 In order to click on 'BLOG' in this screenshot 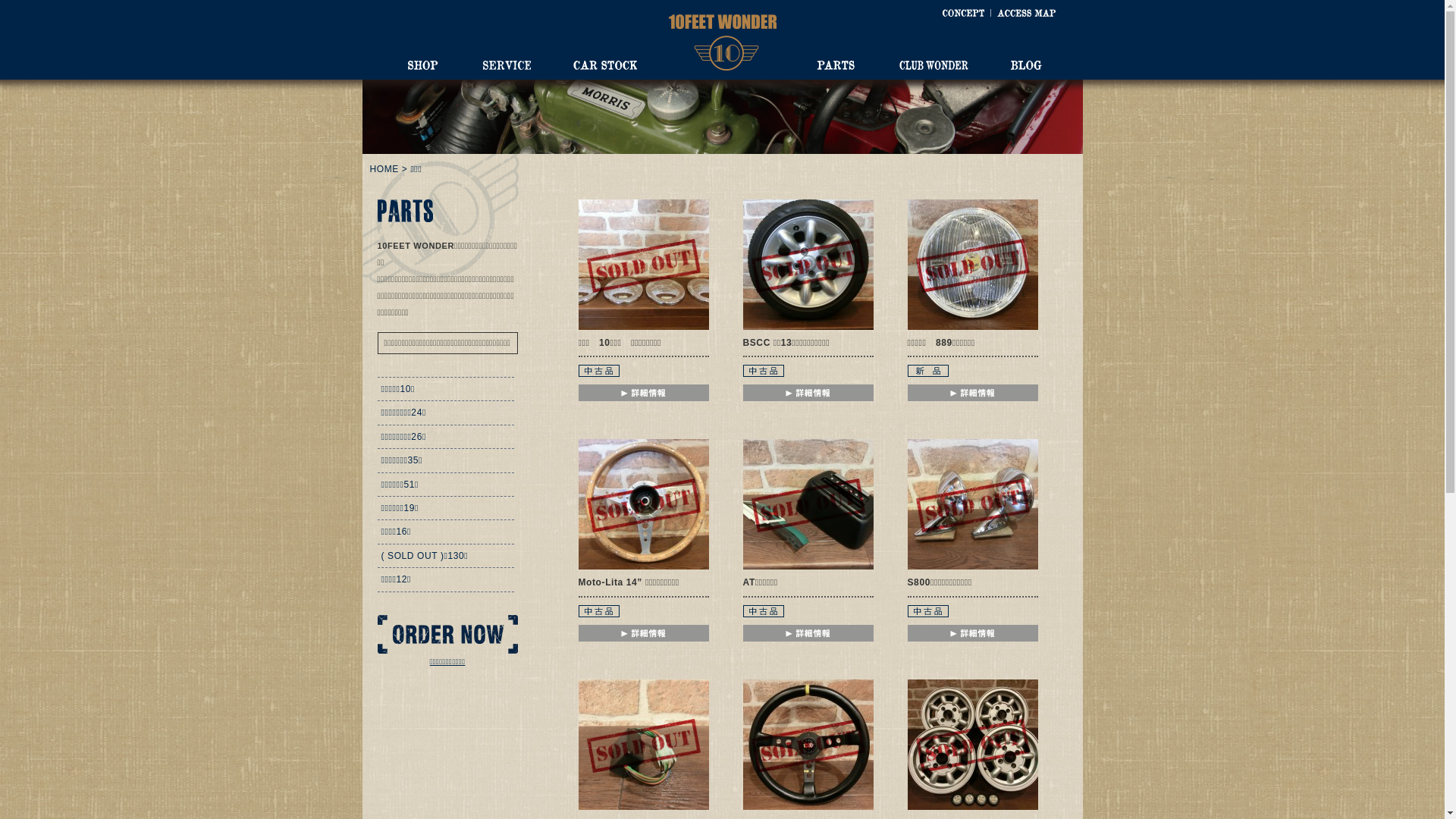, I will do `click(1025, 64)`.